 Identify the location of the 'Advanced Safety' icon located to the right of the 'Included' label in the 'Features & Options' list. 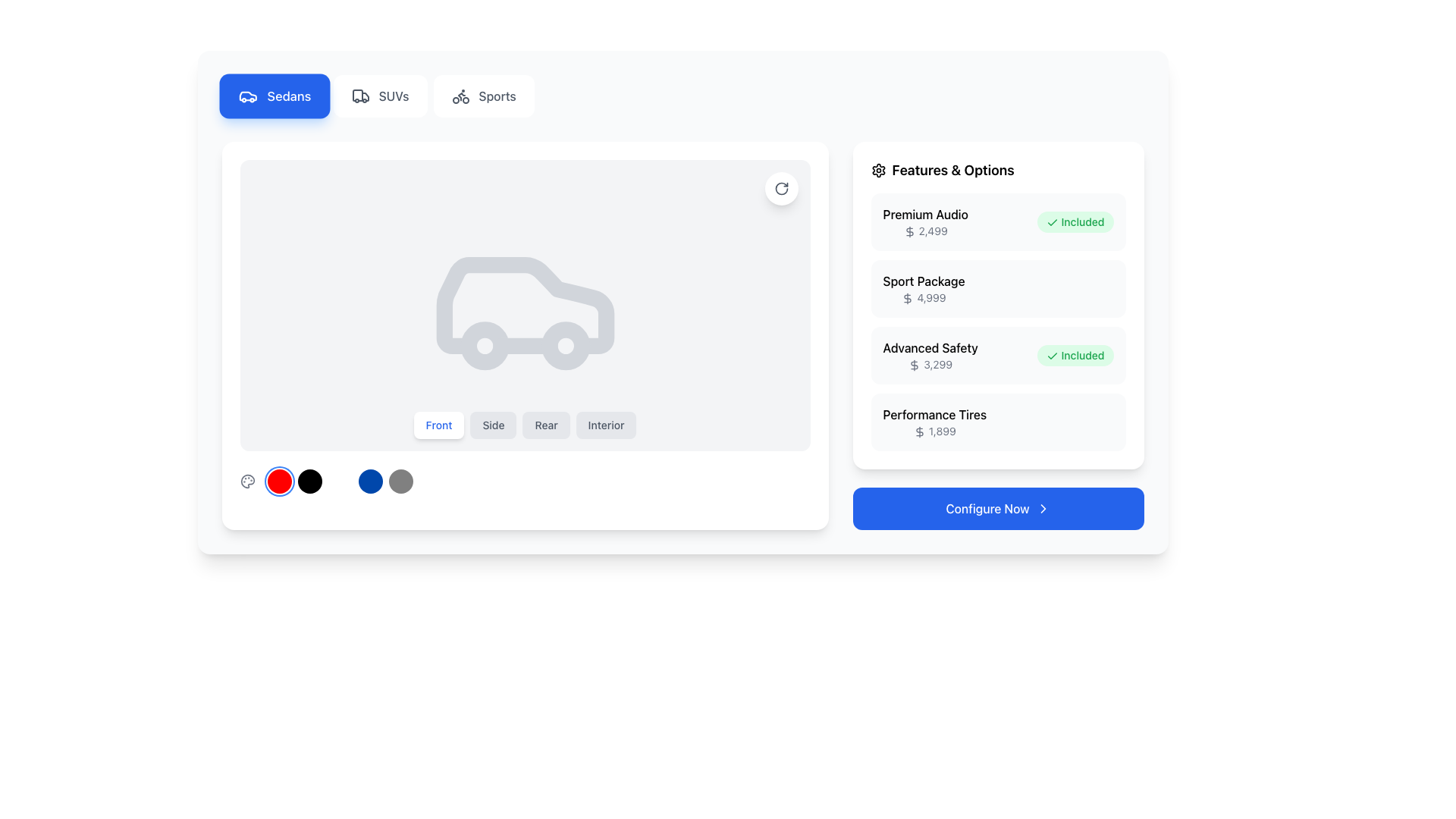
(1051, 356).